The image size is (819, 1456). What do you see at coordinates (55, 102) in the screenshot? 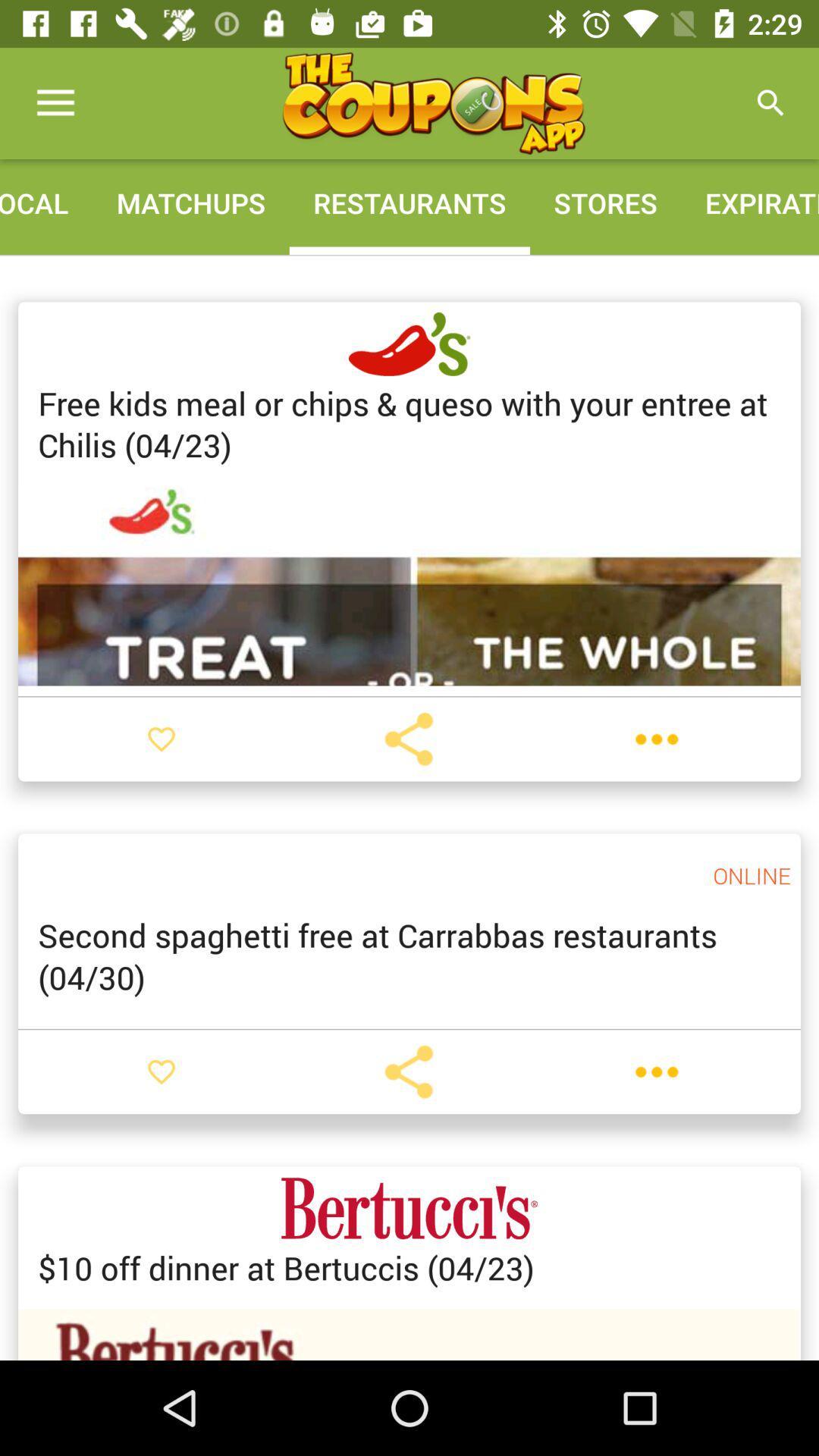
I see `icon above local item` at bounding box center [55, 102].